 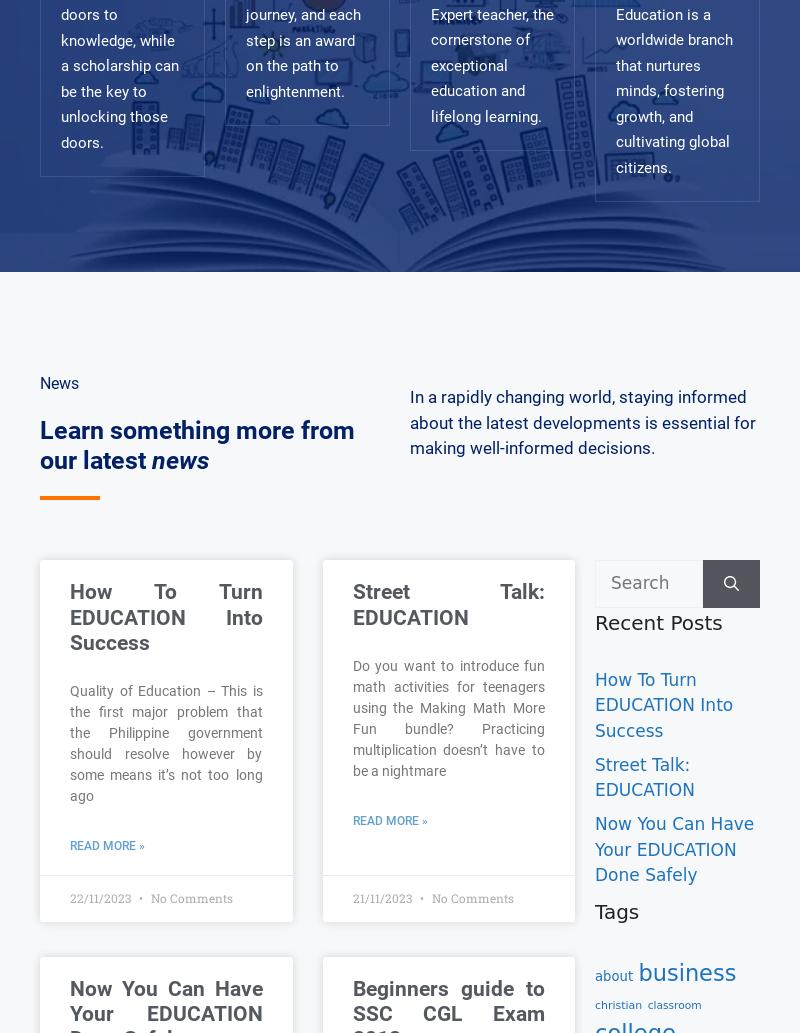 What do you see at coordinates (492, 64) in the screenshot?
I see `'Expert teacher, the cornerstone of exceptional education and lifelong learning.'` at bounding box center [492, 64].